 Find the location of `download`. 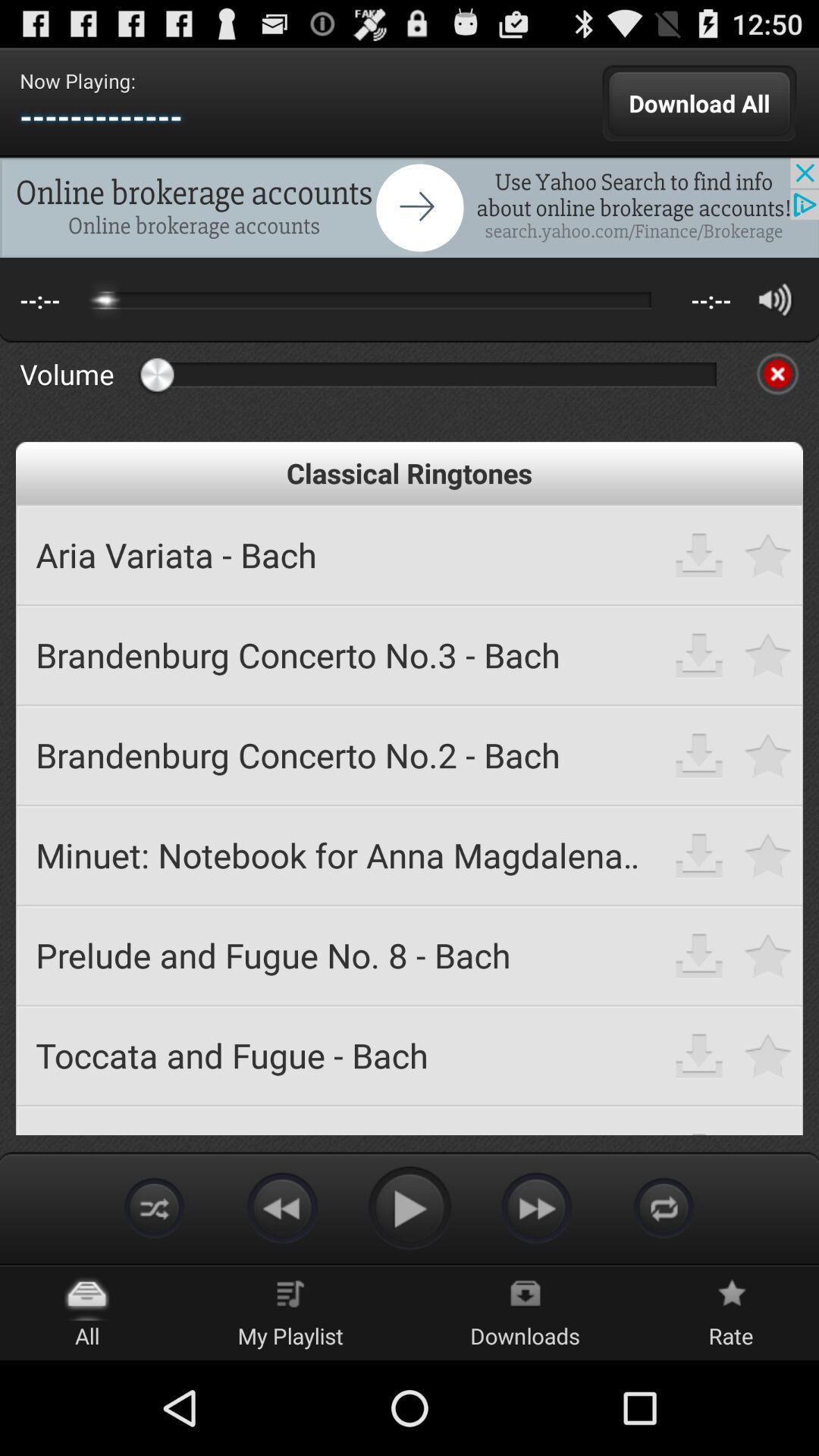

download is located at coordinates (699, 1054).